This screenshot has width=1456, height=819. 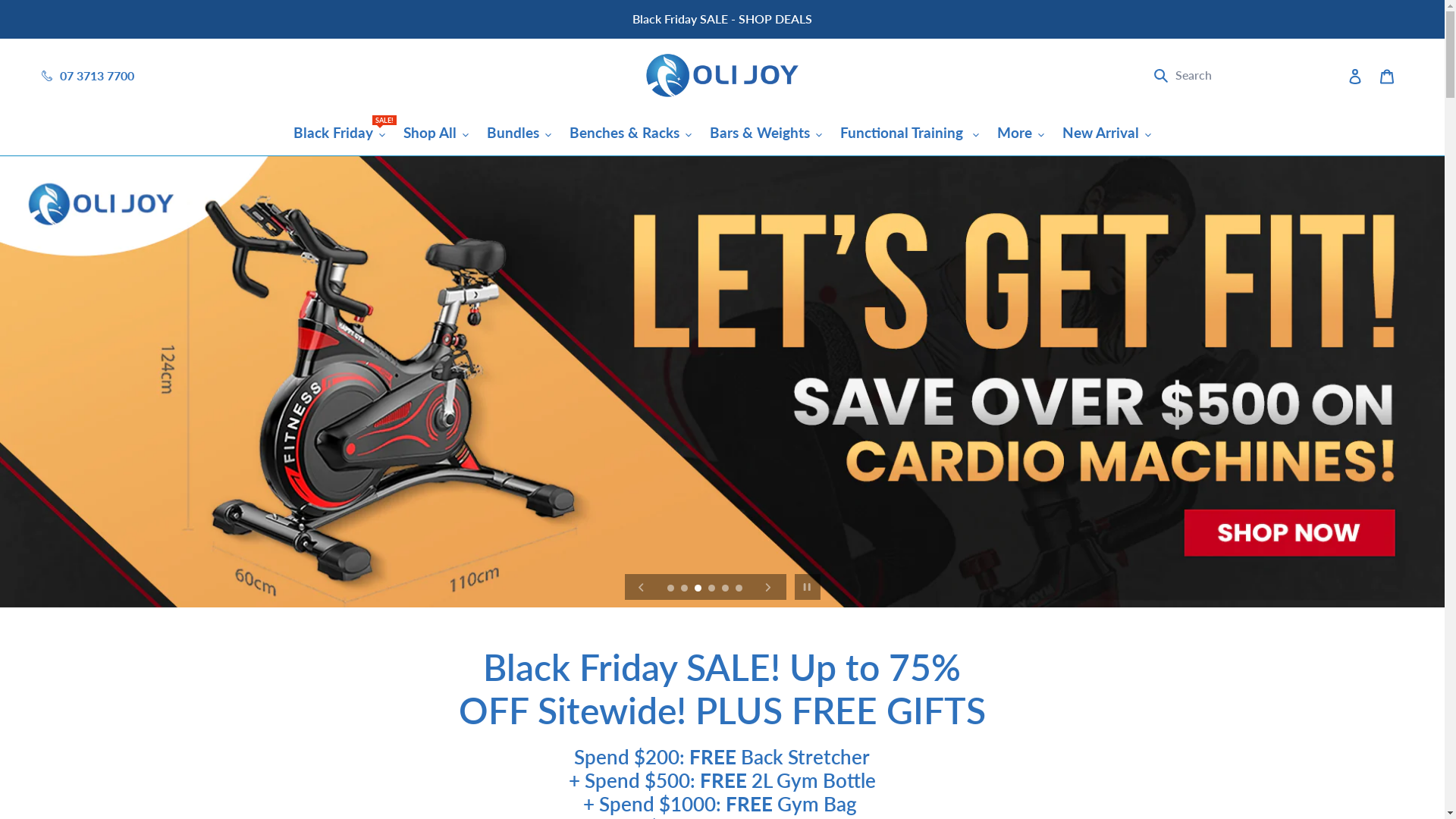 I want to click on 'Functional Training', so click(x=909, y=132).